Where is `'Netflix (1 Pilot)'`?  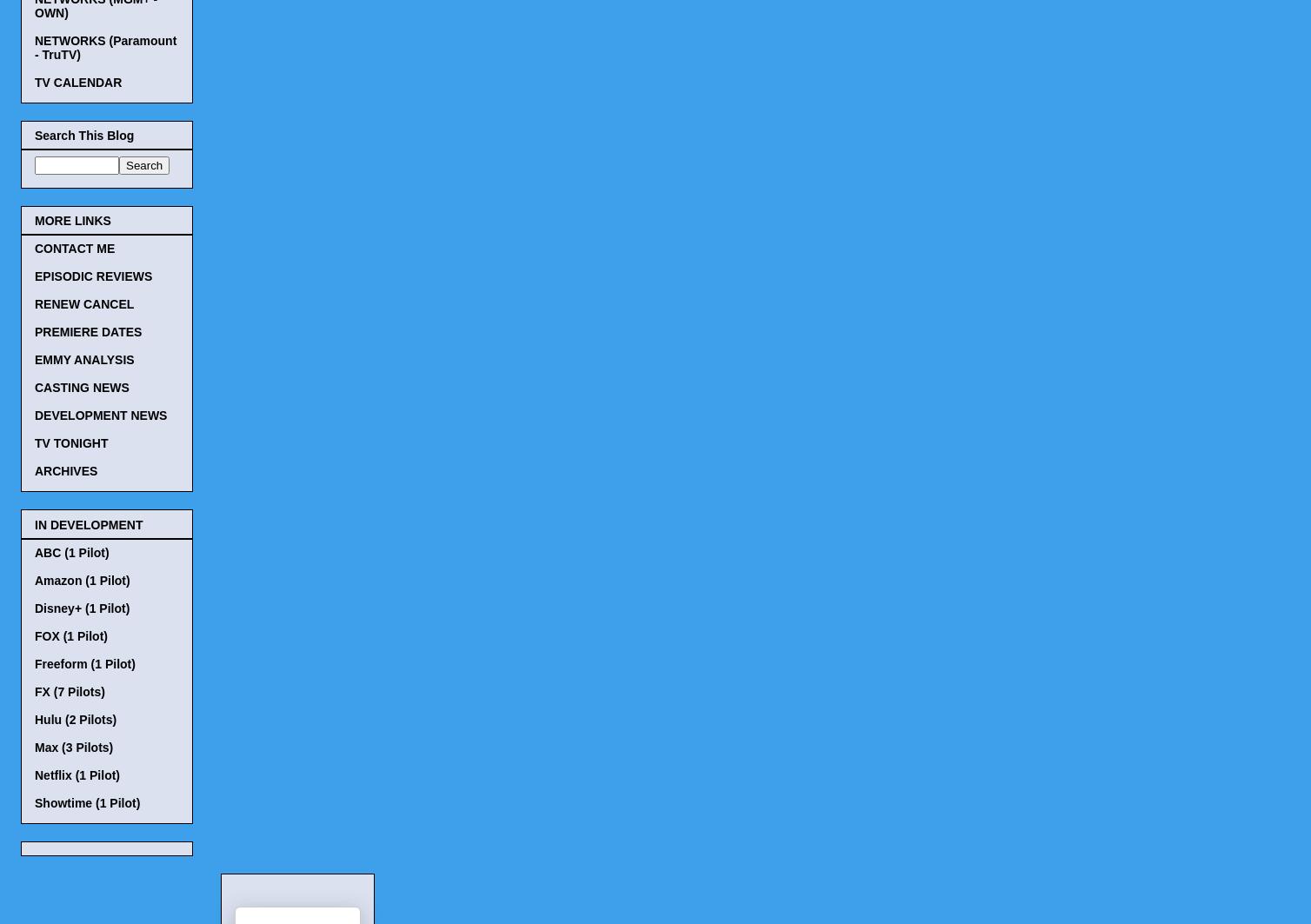
'Netflix (1 Pilot)' is located at coordinates (77, 774).